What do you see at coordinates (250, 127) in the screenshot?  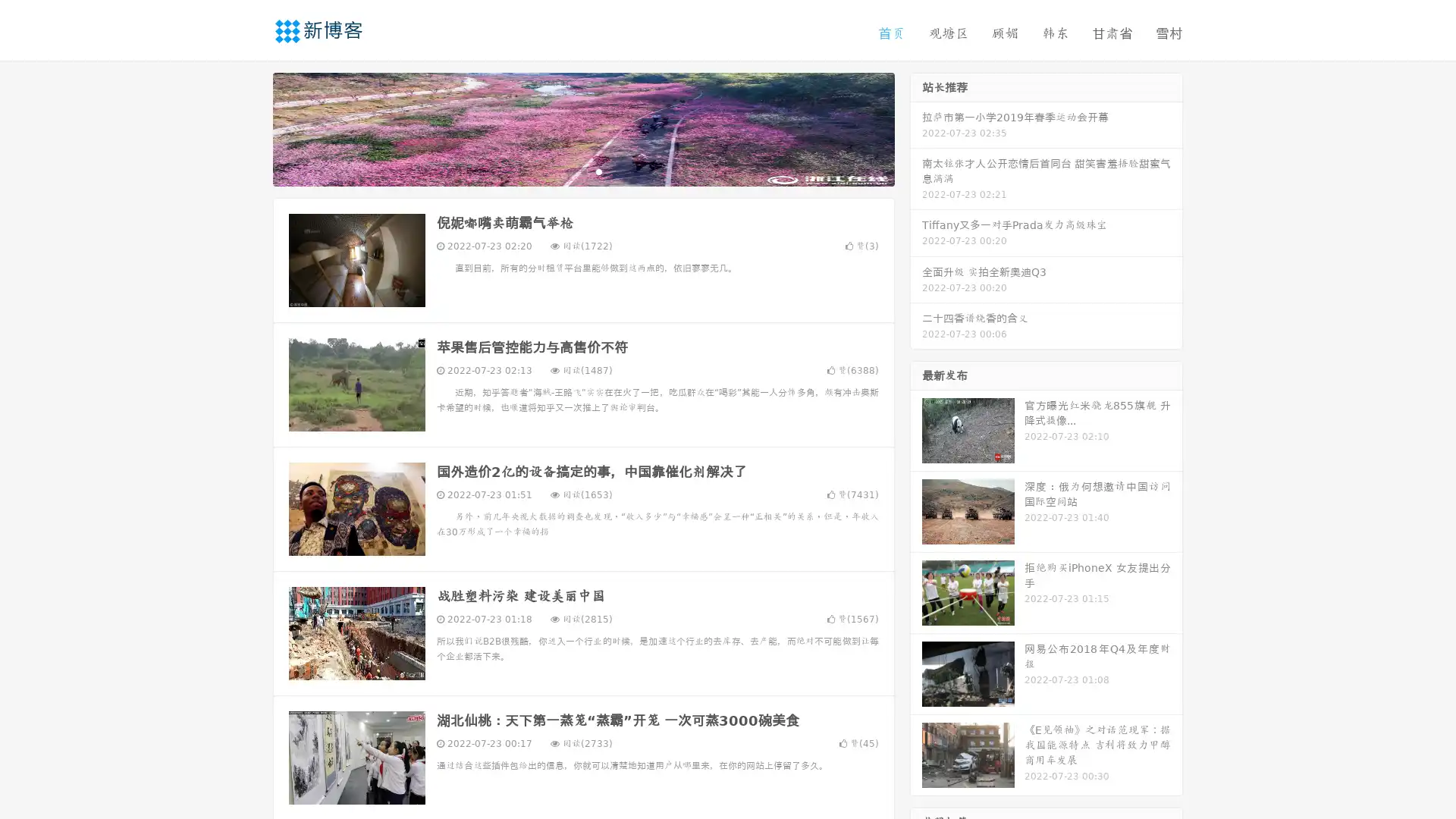 I see `Previous slide` at bounding box center [250, 127].